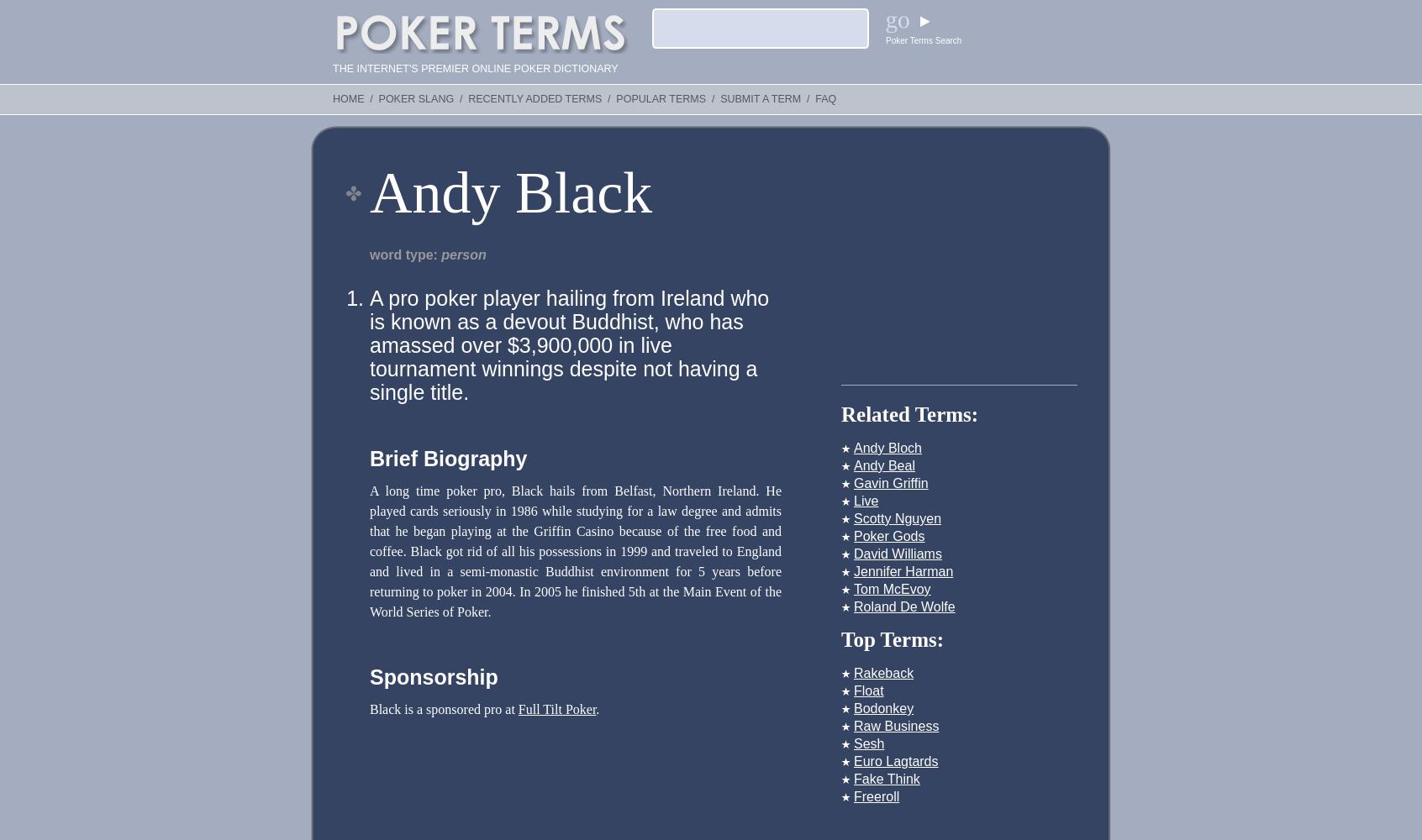  I want to click on 'RECENTLY ADDED TERMS', so click(535, 98).